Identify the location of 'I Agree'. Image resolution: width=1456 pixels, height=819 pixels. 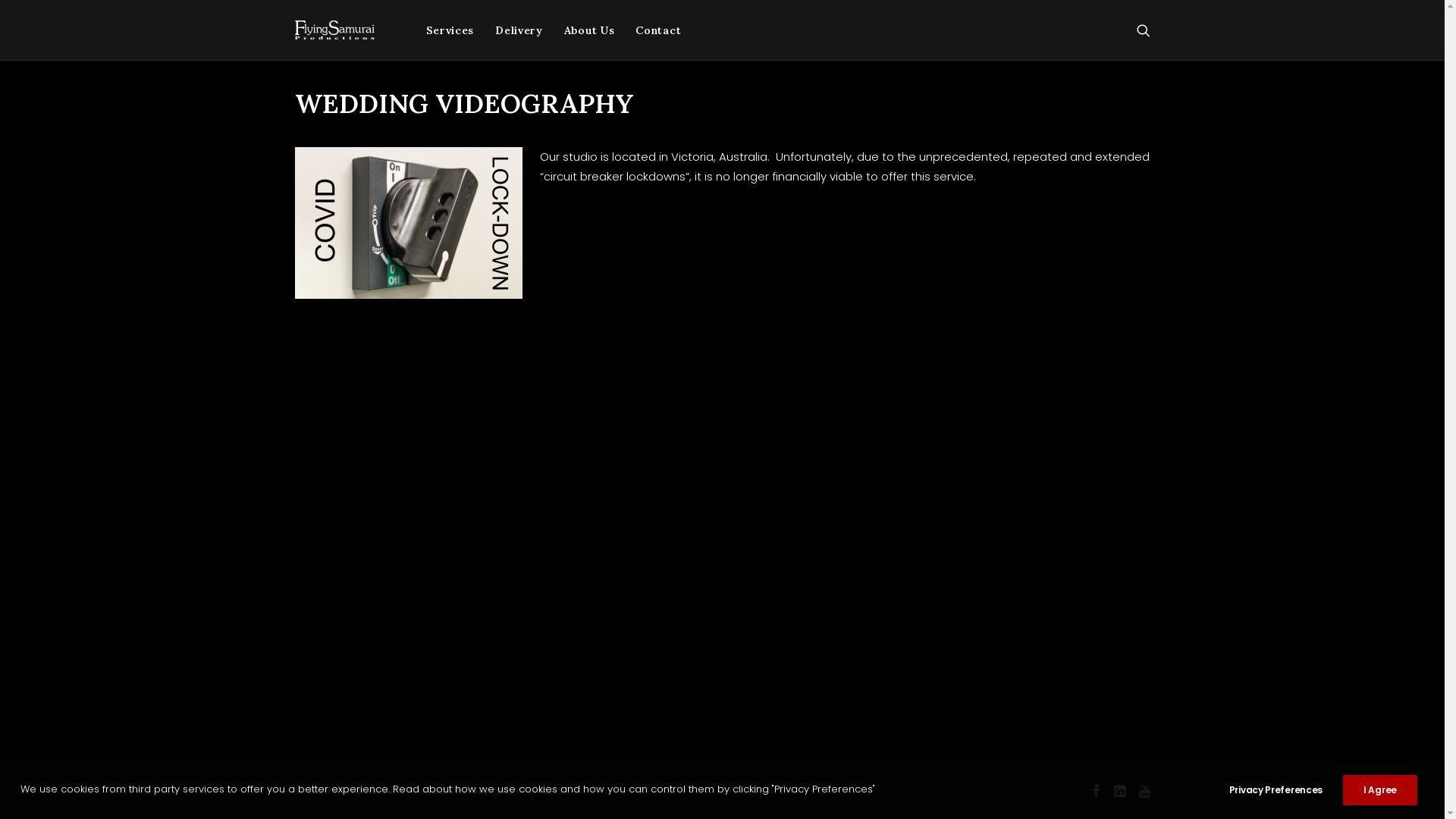
(1379, 789).